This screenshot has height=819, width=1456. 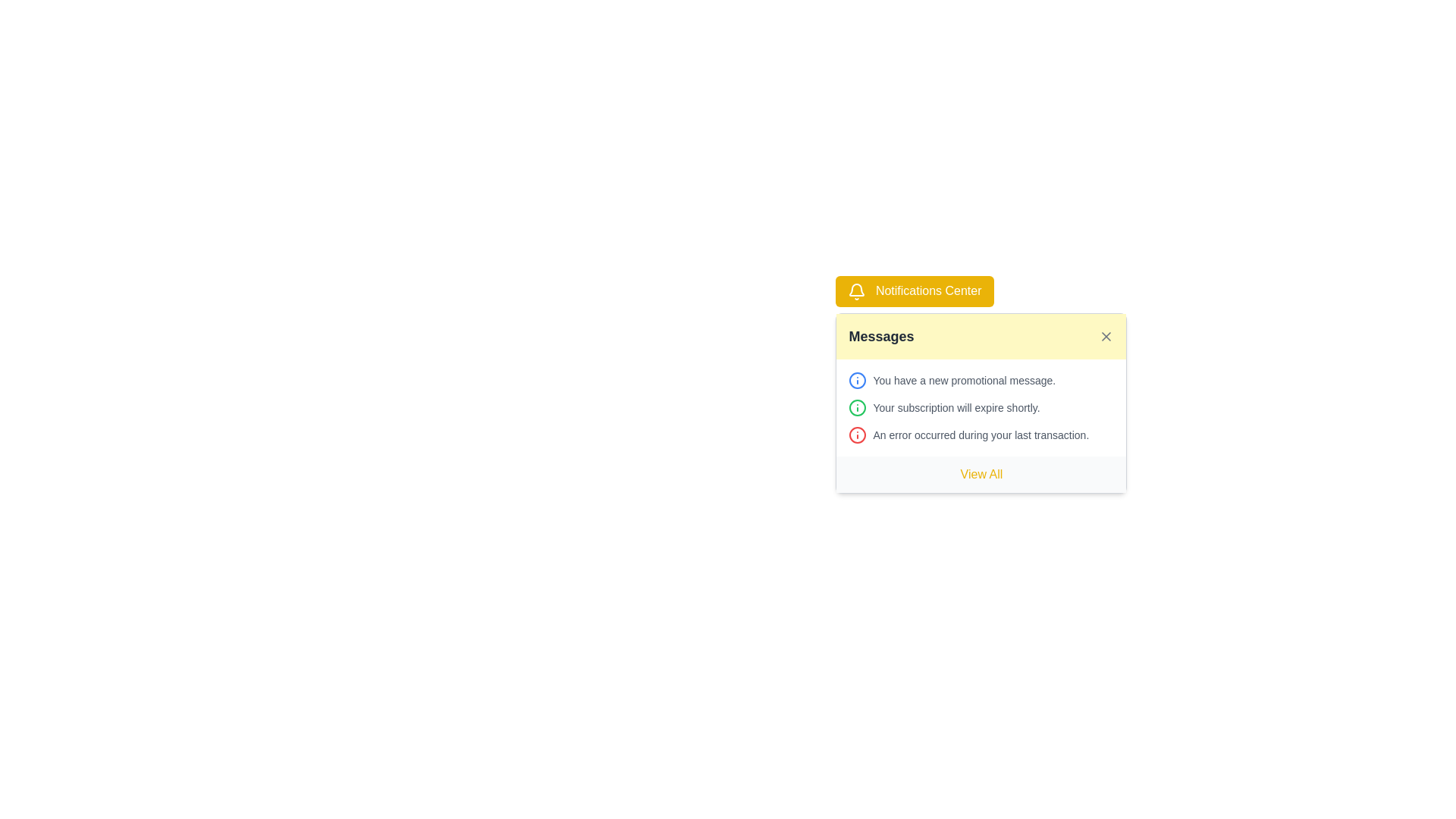 I want to click on the 'Messages' text label, which is displayed in bold and large fonts with a dark gray color on a light yellow background, so click(x=881, y=335).